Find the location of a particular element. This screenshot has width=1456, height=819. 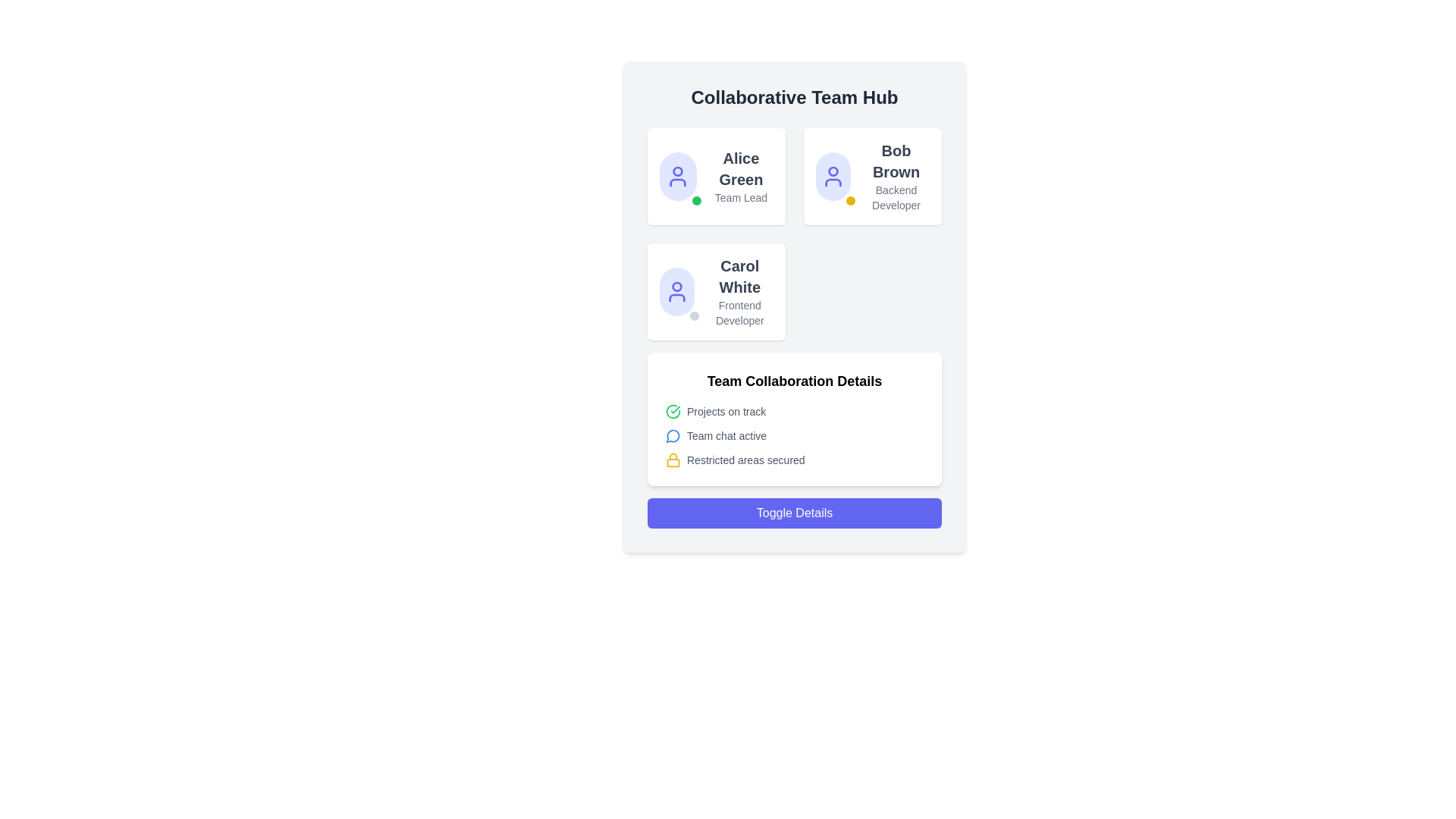

the text component displaying 'Carol White', which is styled in bold and larger font, located at the center of the profile card in the second row, first column of the 'Collaborative Team Hub' section is located at coordinates (739, 277).